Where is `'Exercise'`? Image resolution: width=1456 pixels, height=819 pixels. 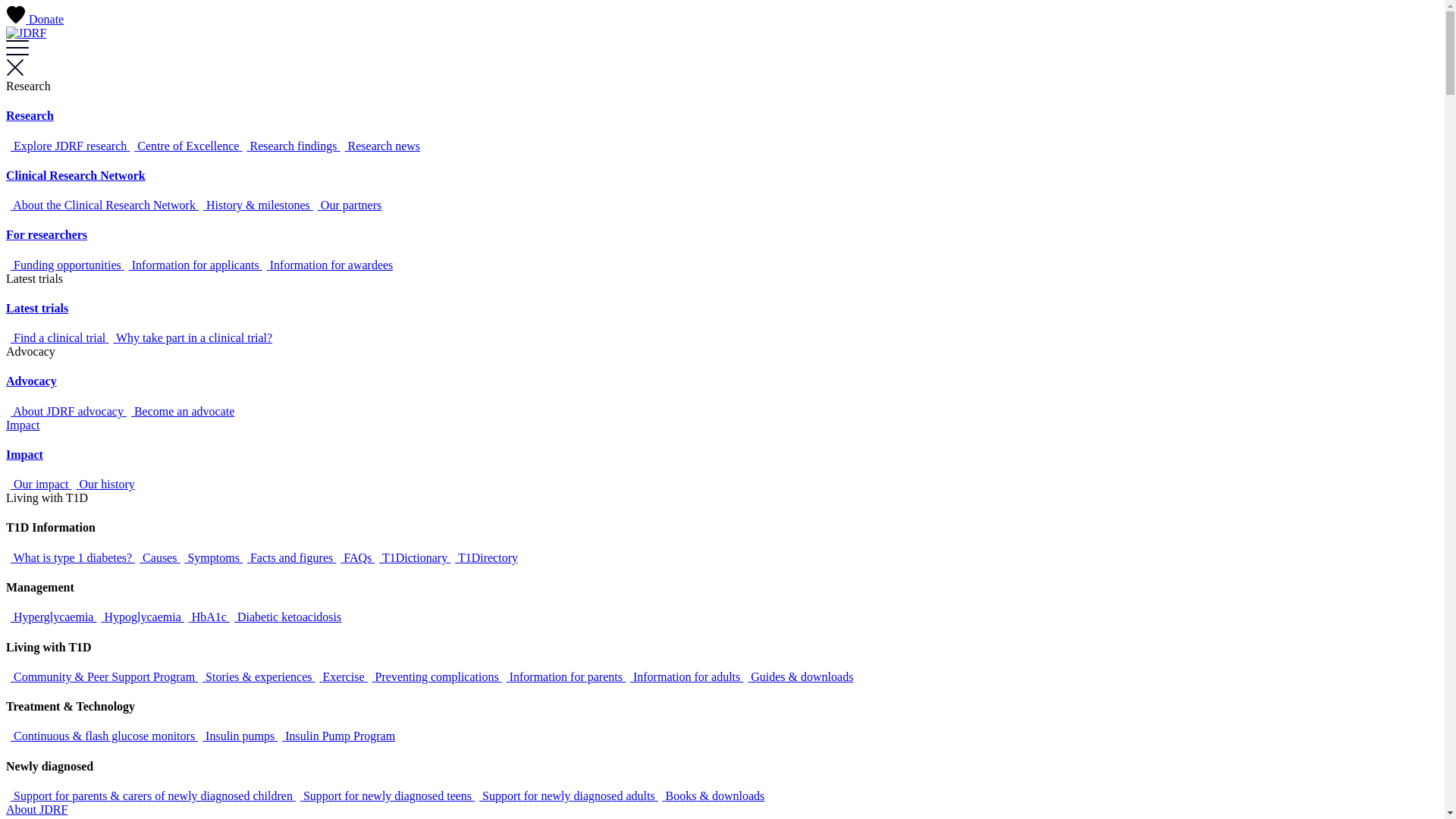
'Exercise' is located at coordinates (315, 676).